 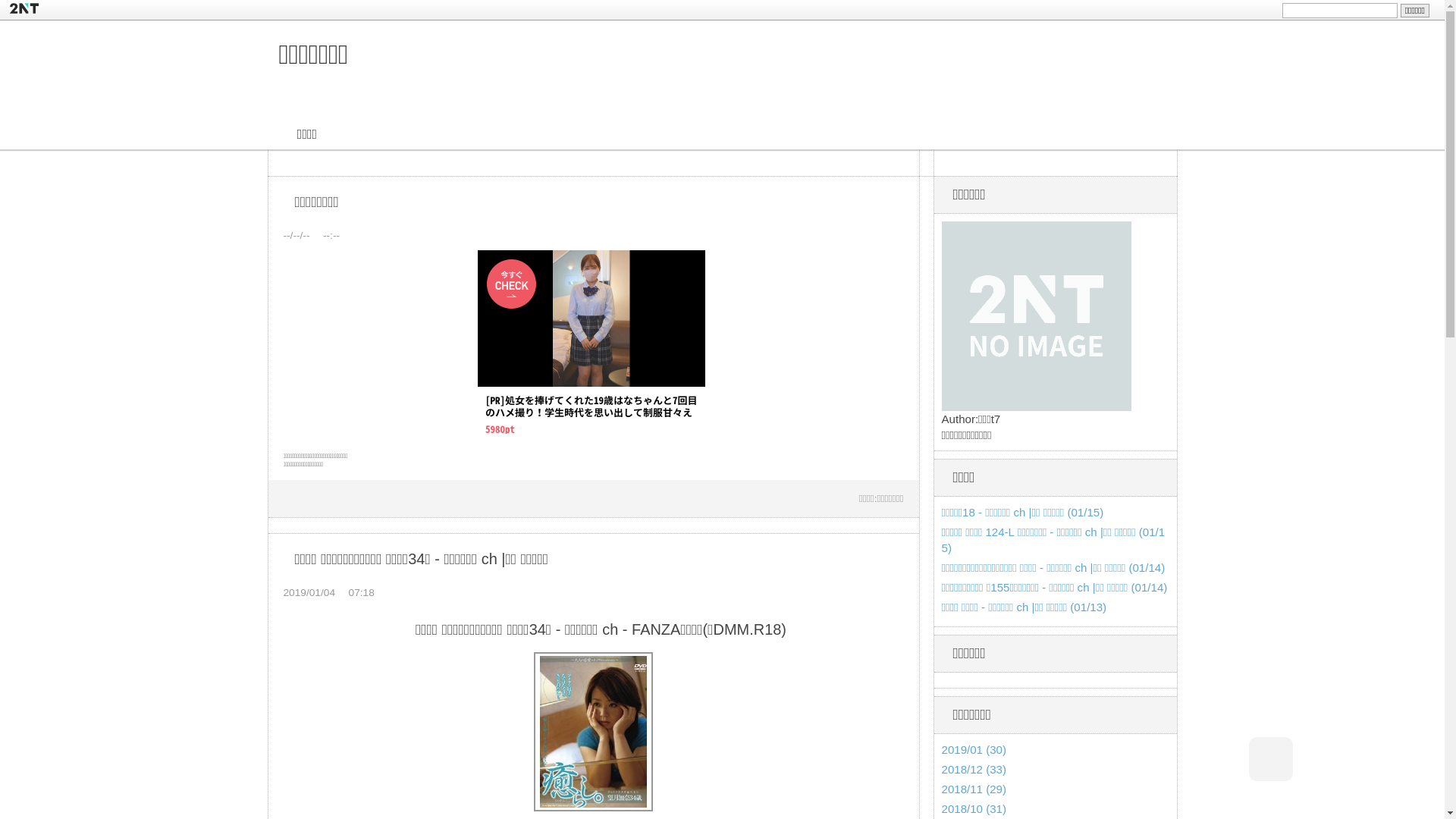 What do you see at coordinates (941, 769) in the screenshot?
I see `'2018/12 (33)'` at bounding box center [941, 769].